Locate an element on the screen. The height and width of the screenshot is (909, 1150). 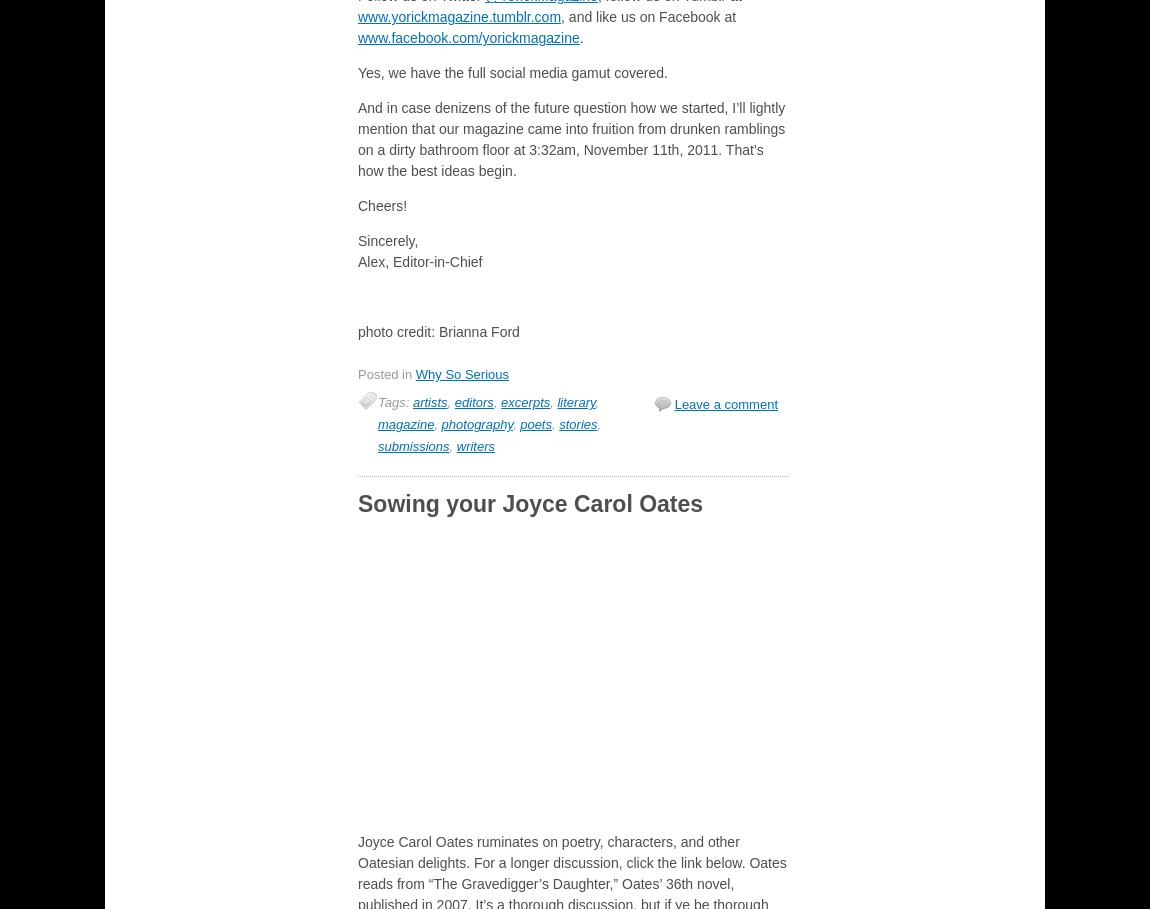
'www.yorickmagazine.tumblr.com' is located at coordinates (459, 15).